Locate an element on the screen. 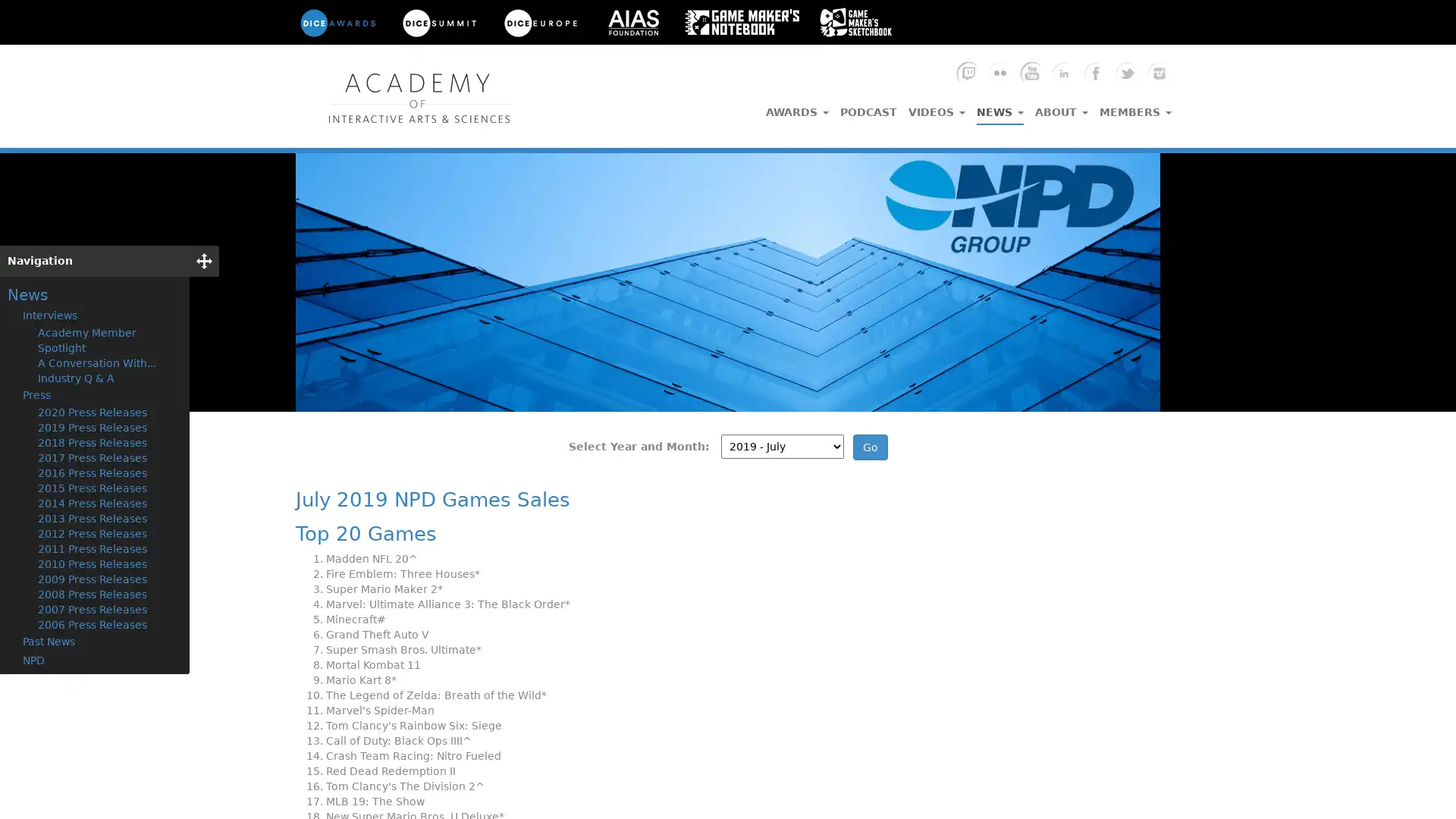  VIDEOS is located at coordinates (936, 107).